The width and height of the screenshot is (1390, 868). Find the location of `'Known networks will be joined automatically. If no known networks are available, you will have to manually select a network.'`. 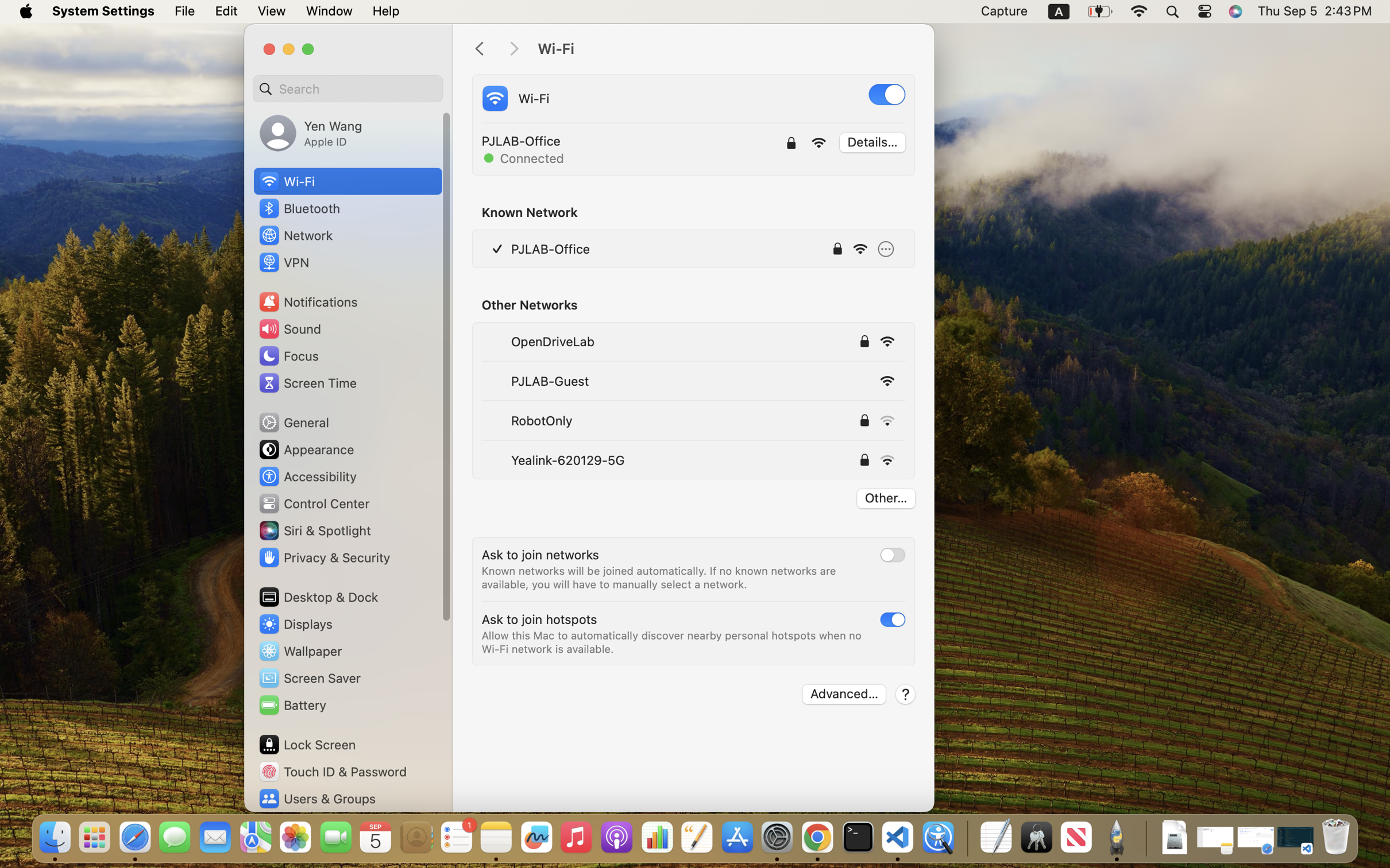

'Known networks will be joined automatically. If no known networks are available, you will have to manually select a network.' is located at coordinates (660, 578).